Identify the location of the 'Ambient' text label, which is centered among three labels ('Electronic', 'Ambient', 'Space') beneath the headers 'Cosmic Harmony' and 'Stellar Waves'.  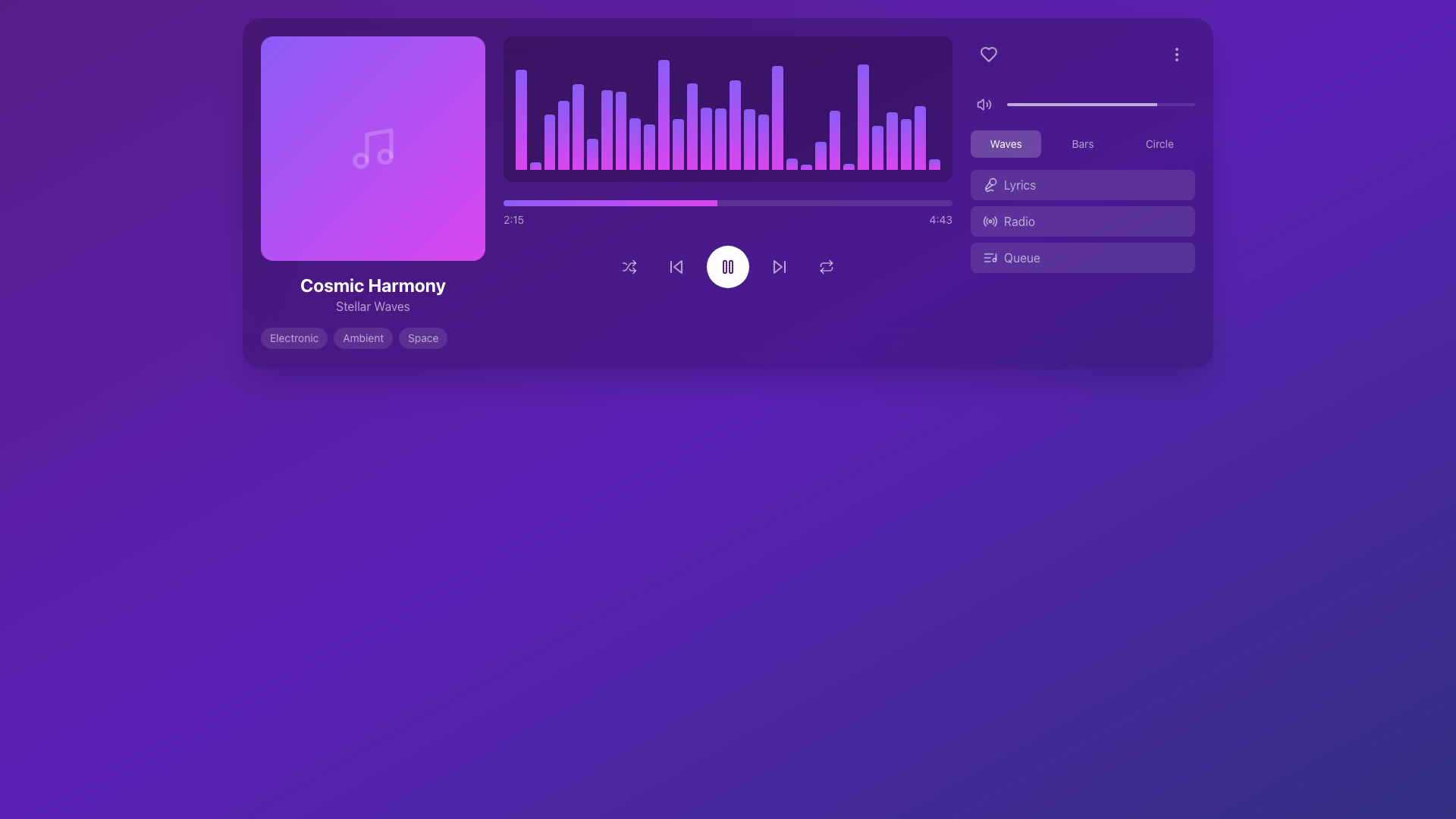
(372, 337).